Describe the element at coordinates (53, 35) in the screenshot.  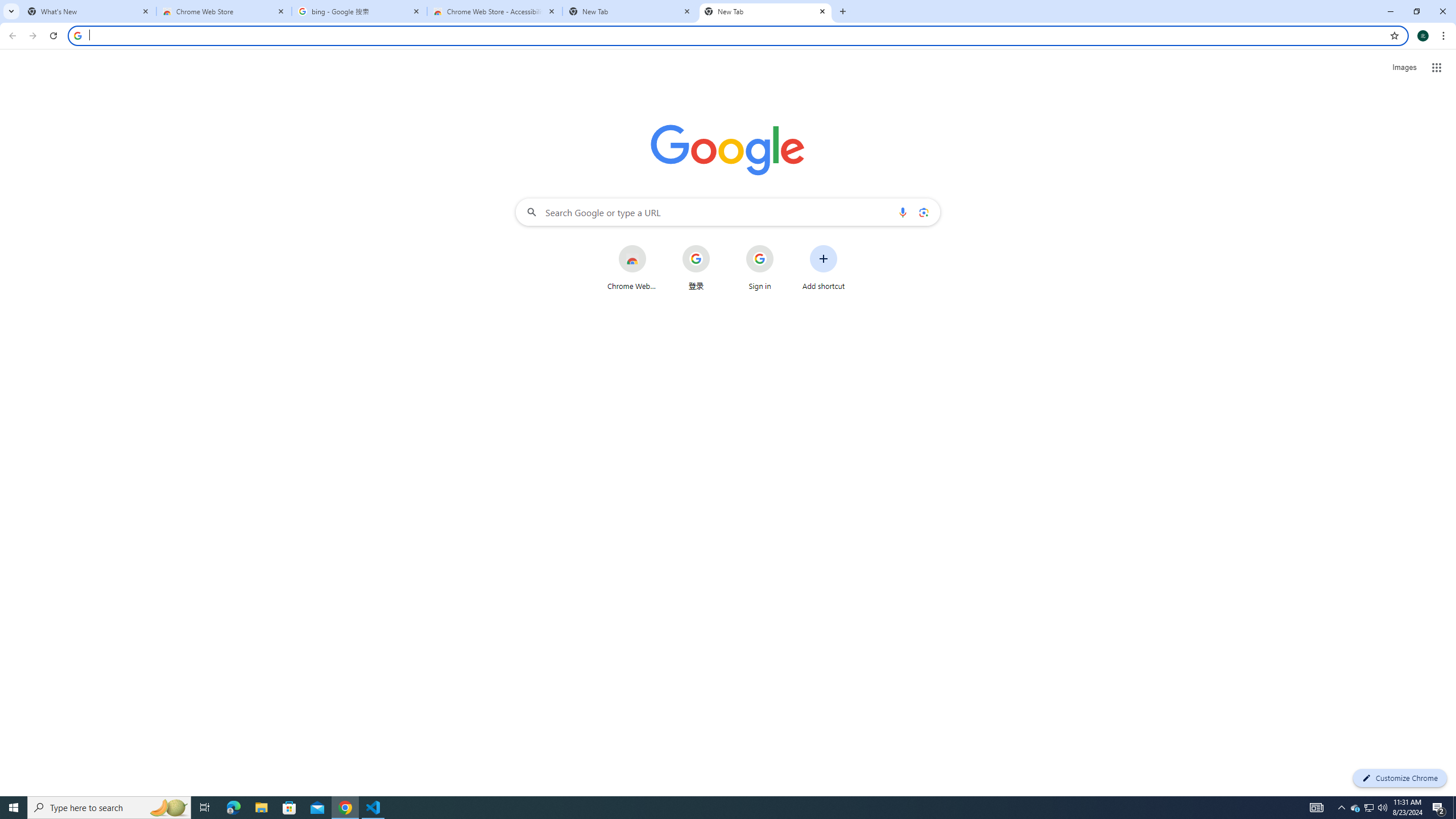
I see `'Reload'` at that location.